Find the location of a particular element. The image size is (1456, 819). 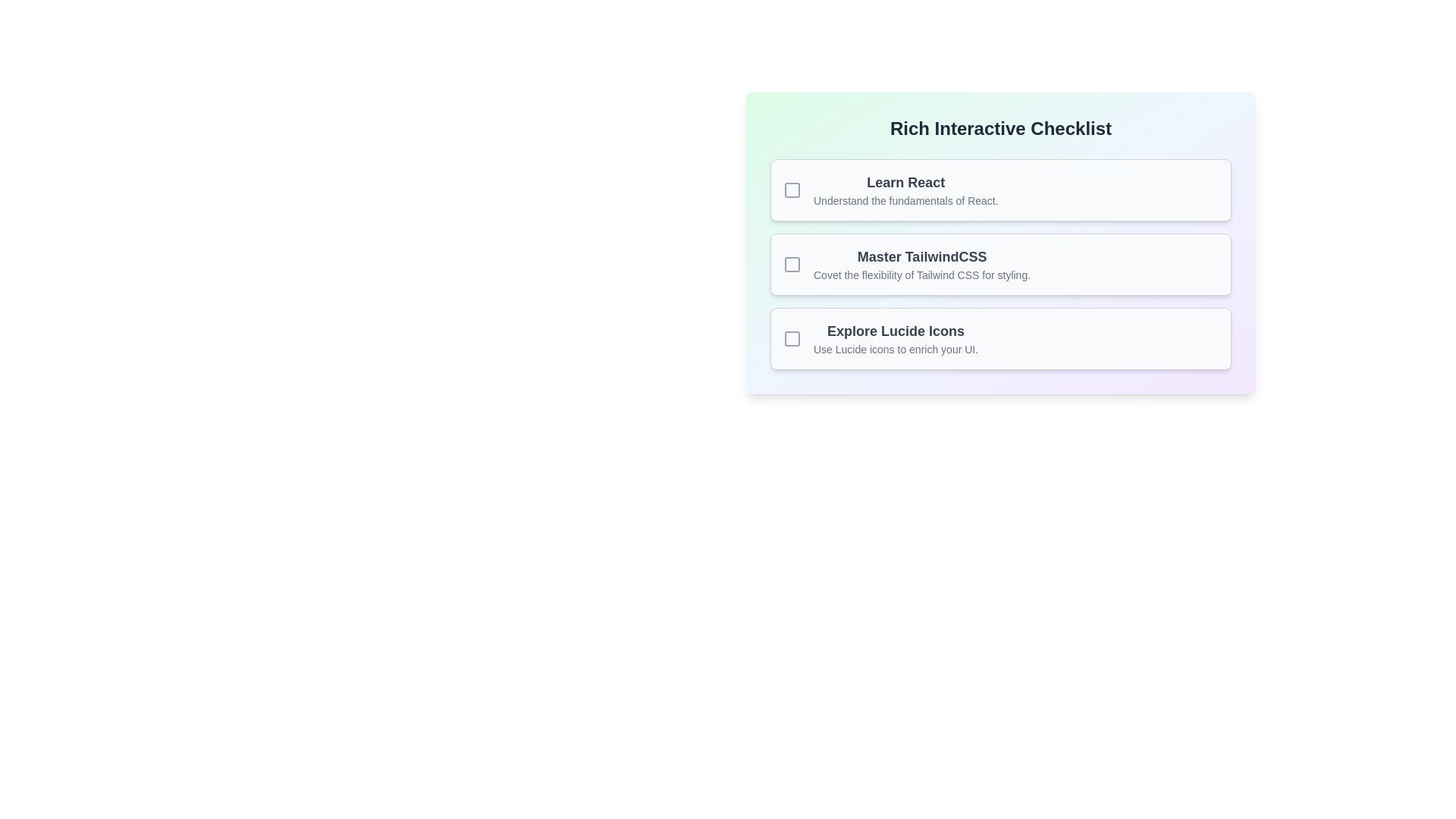

the third selectable checklist item or informational card labeled 'Explore Lucide Icons', which is positioned below 'Master TailwindCSS' in a vertically stacked list is located at coordinates (1001, 338).